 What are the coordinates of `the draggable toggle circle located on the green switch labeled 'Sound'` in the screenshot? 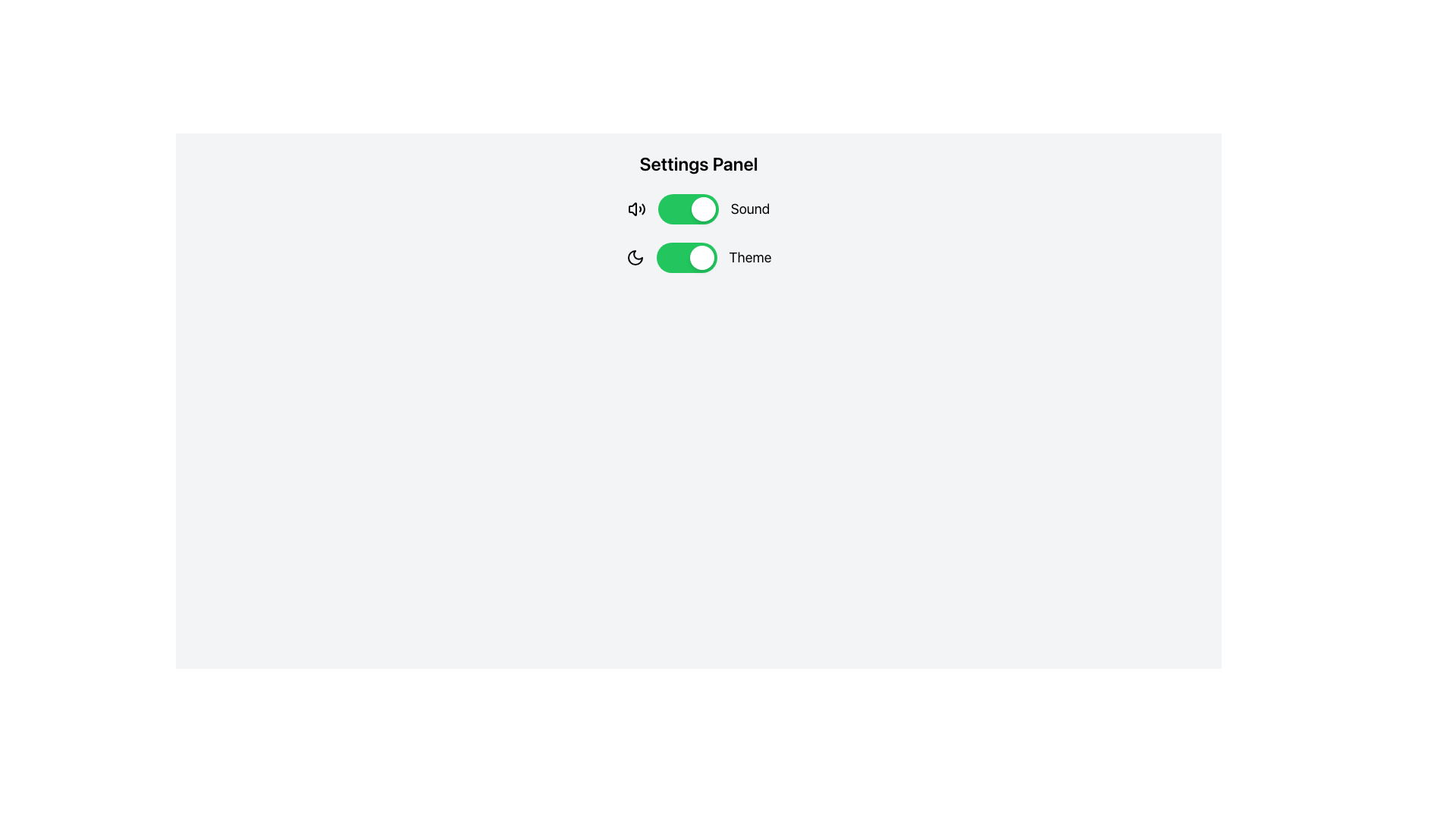 It's located at (702, 209).